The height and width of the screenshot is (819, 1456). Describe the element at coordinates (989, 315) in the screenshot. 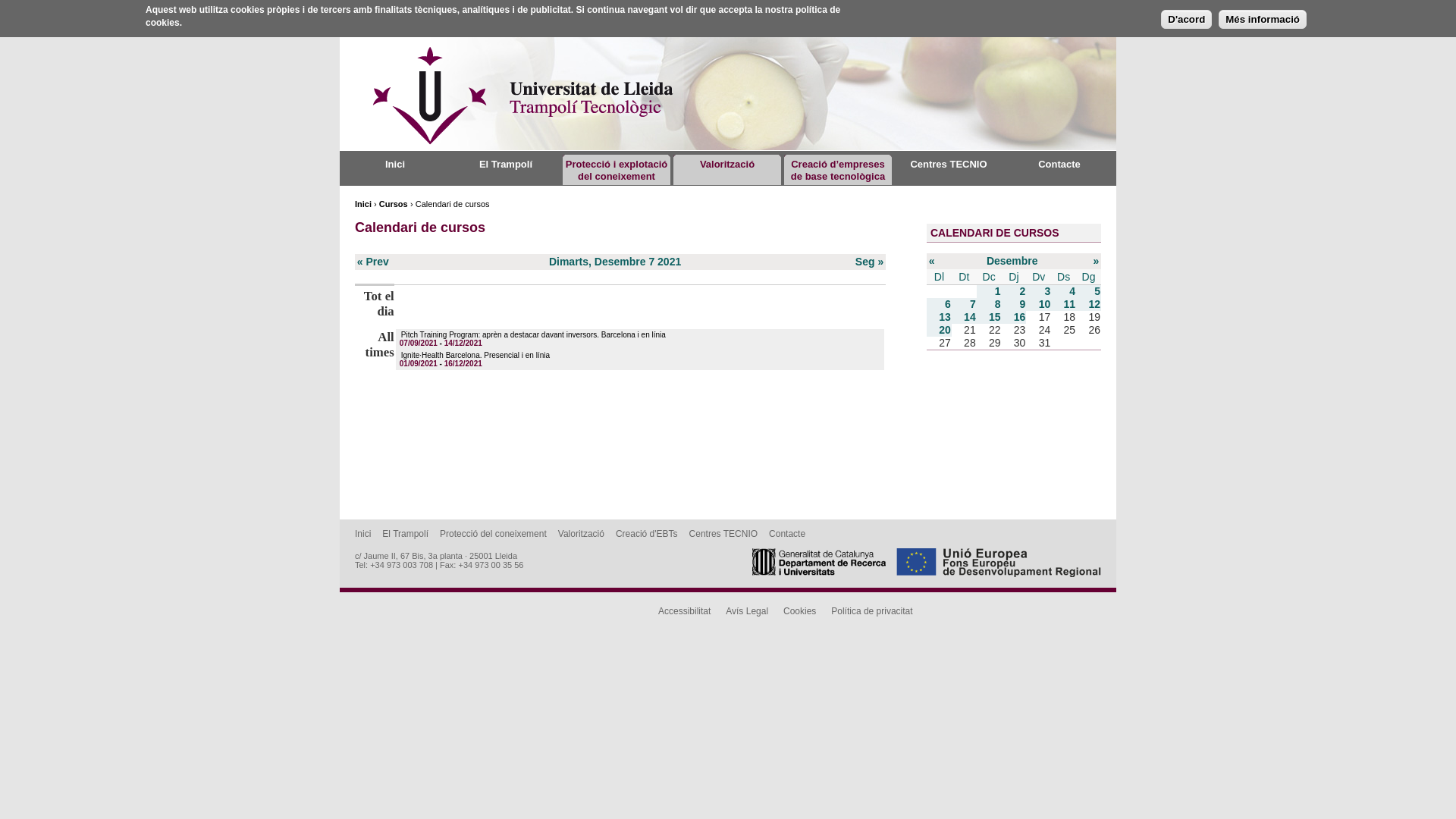

I see `'15'` at that location.